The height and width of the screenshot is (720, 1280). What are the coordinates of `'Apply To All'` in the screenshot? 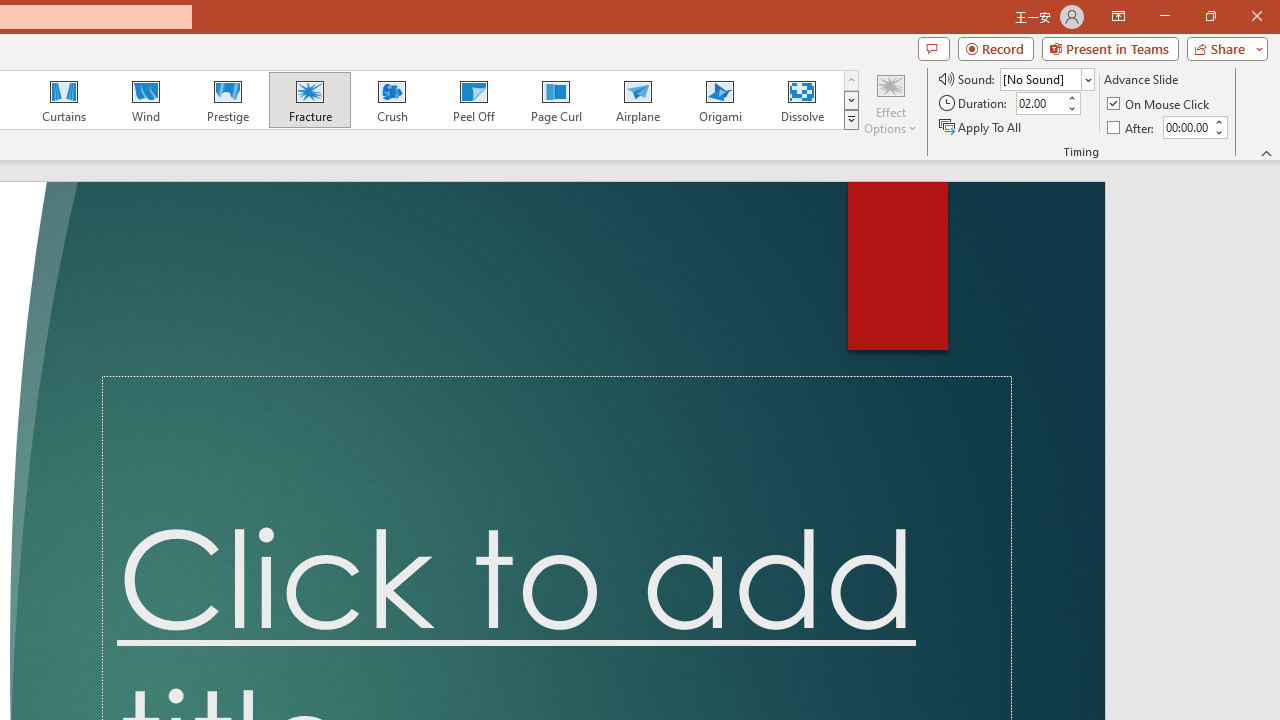 It's located at (981, 127).